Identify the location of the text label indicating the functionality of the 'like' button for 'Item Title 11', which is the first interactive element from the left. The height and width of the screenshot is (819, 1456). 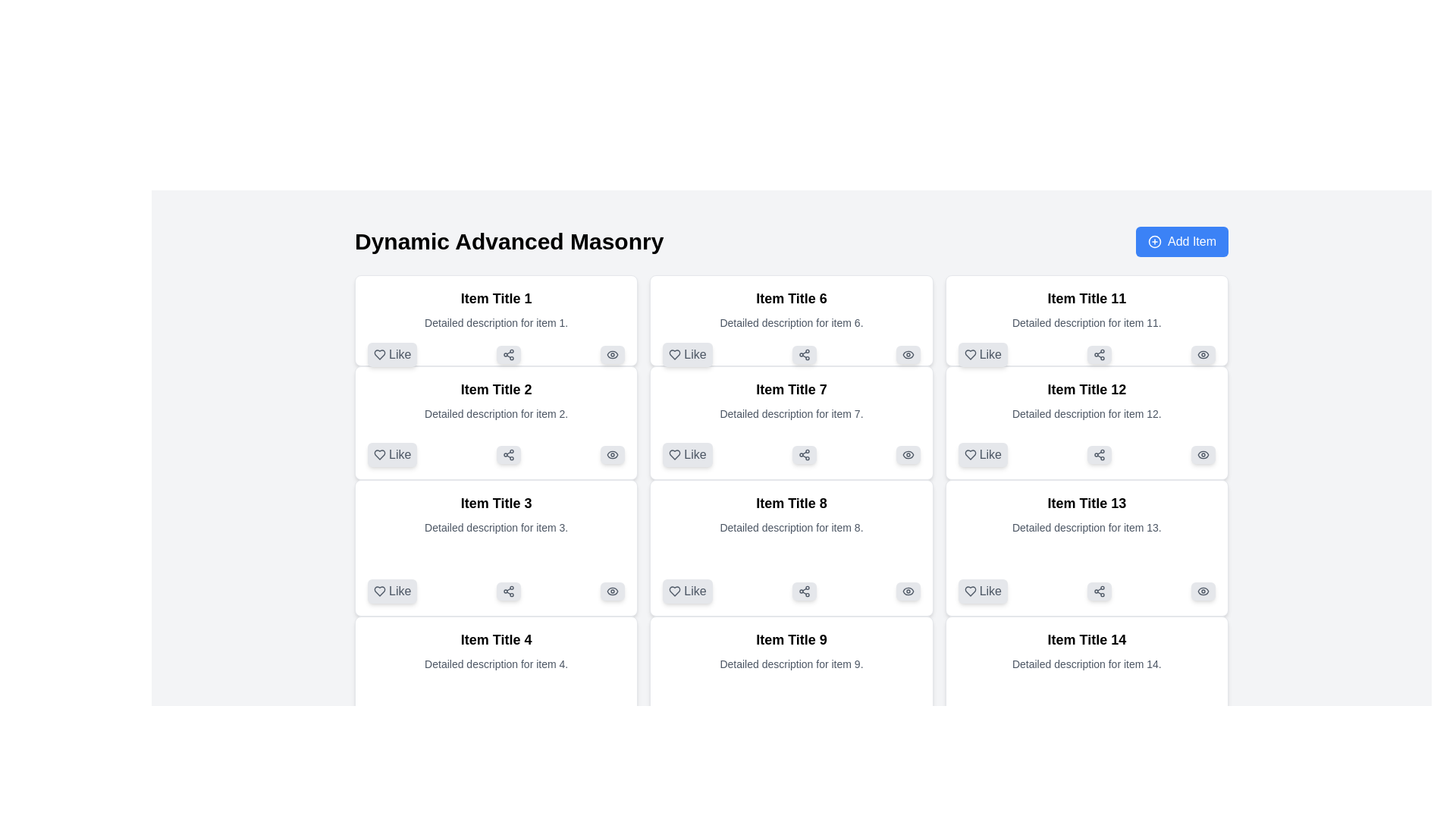
(990, 354).